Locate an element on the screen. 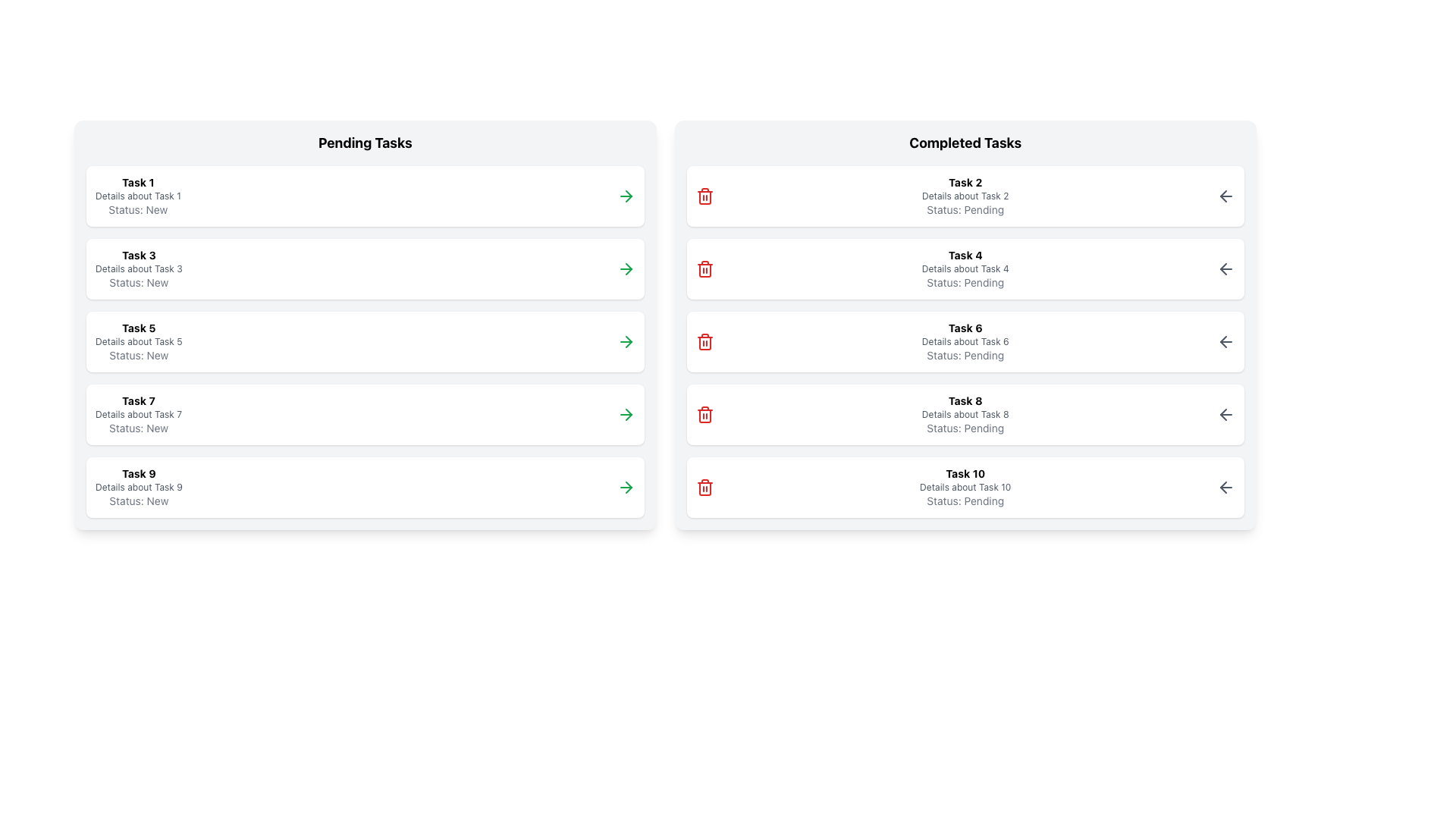 Image resolution: width=1456 pixels, height=819 pixels. the fifth List item card in the 'Completed Tasks' section, which contains the title 'Task 10', description 'Details about Task 10', and status 'Status: Pending' is located at coordinates (965, 488).